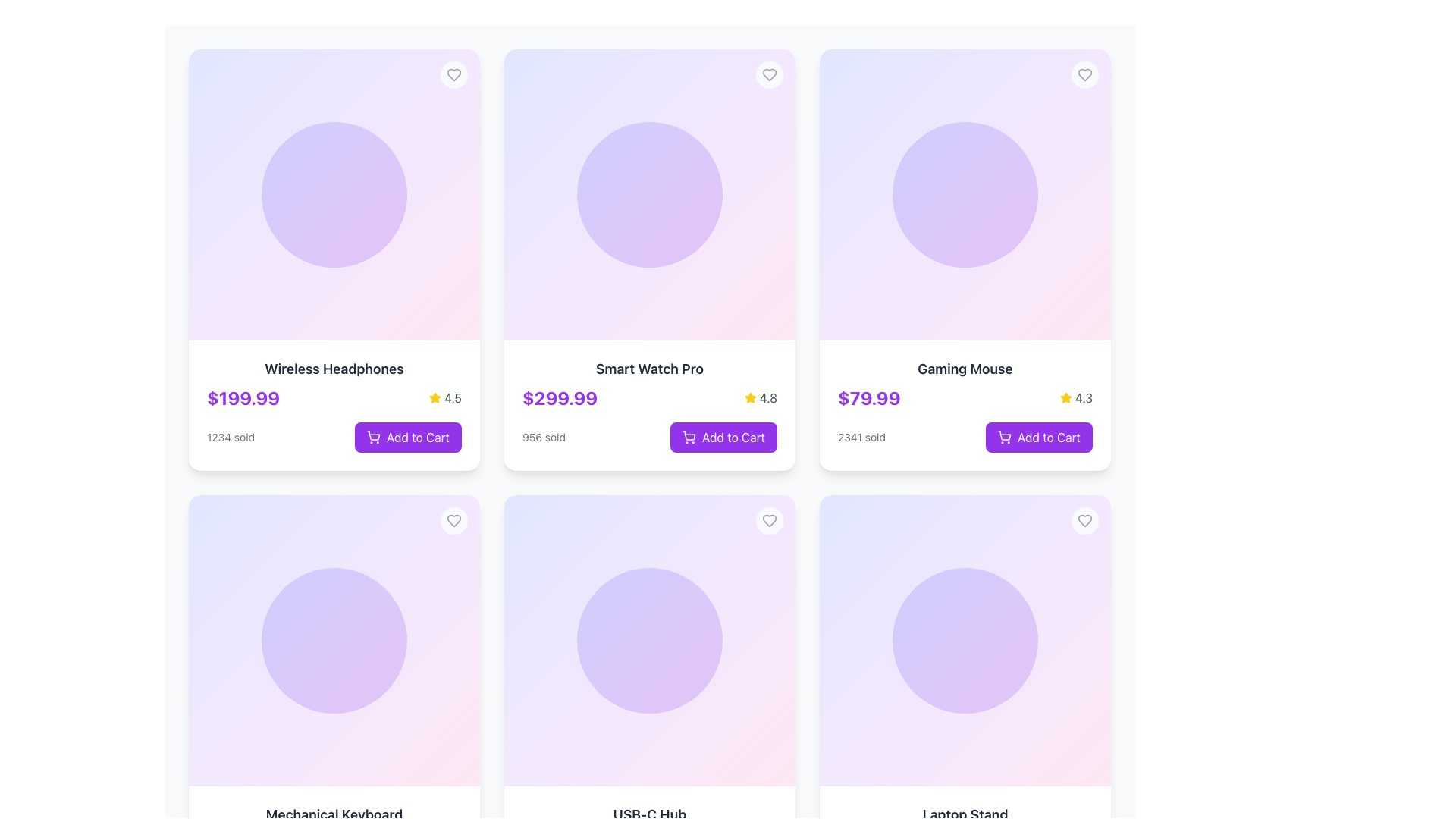  What do you see at coordinates (769, 519) in the screenshot?
I see `the heart-shaped icon at the top-right corner of the 'Smart Watch Pro' product card to mark it as a favorite` at bounding box center [769, 519].